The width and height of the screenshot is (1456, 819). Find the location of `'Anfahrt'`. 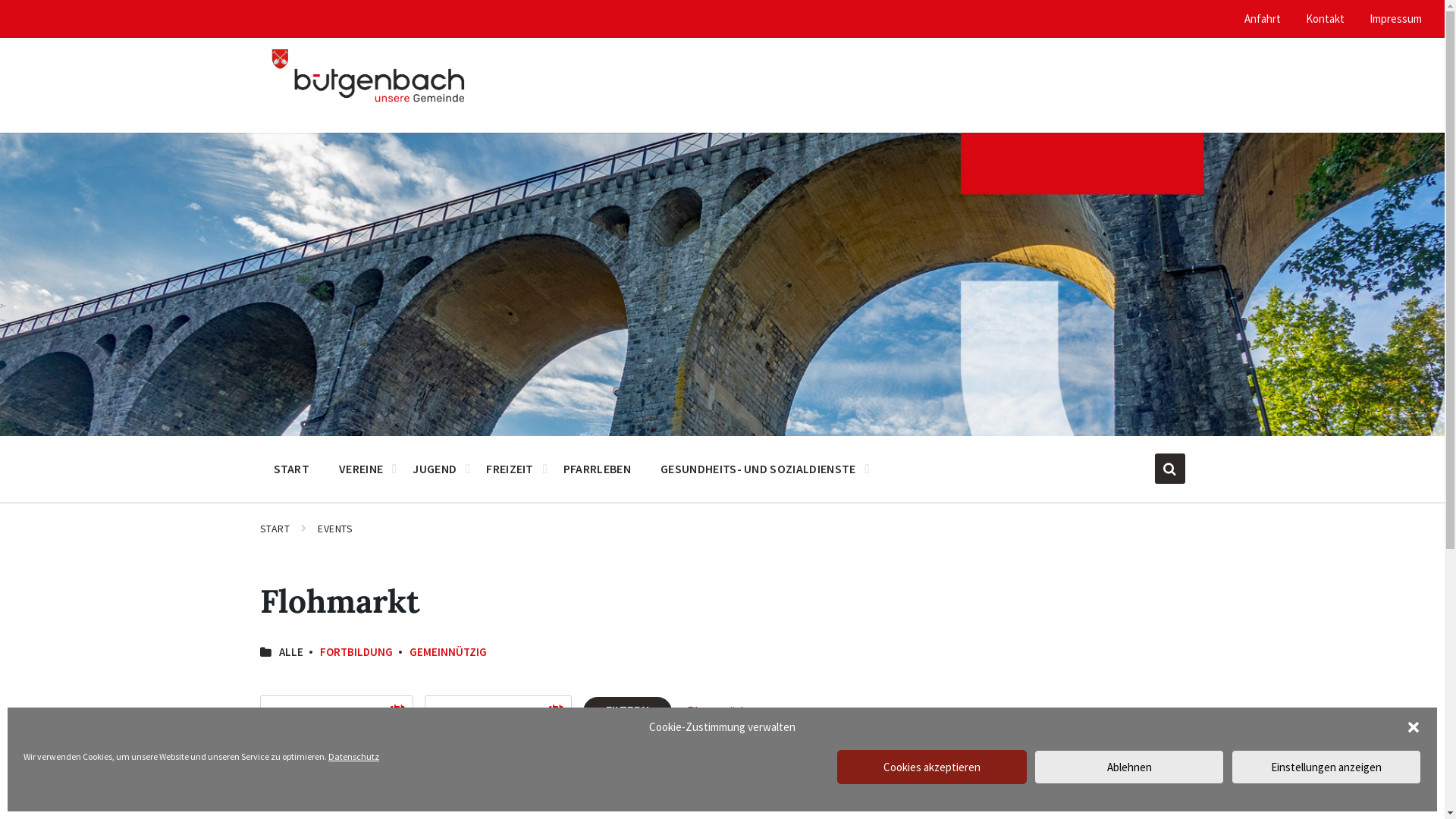

'Anfahrt' is located at coordinates (1263, 18).